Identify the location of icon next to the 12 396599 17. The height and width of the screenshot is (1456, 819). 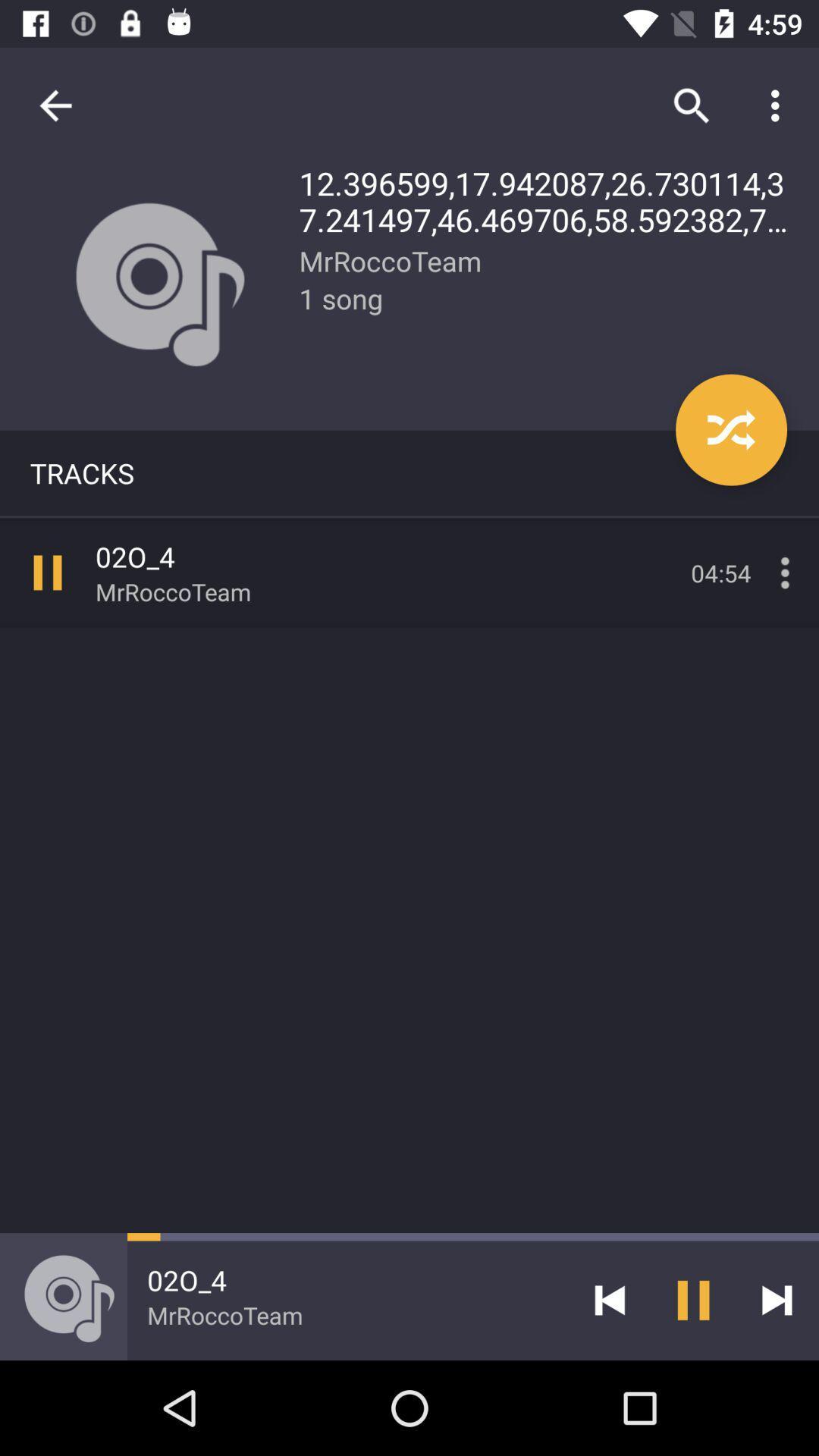
(55, 105).